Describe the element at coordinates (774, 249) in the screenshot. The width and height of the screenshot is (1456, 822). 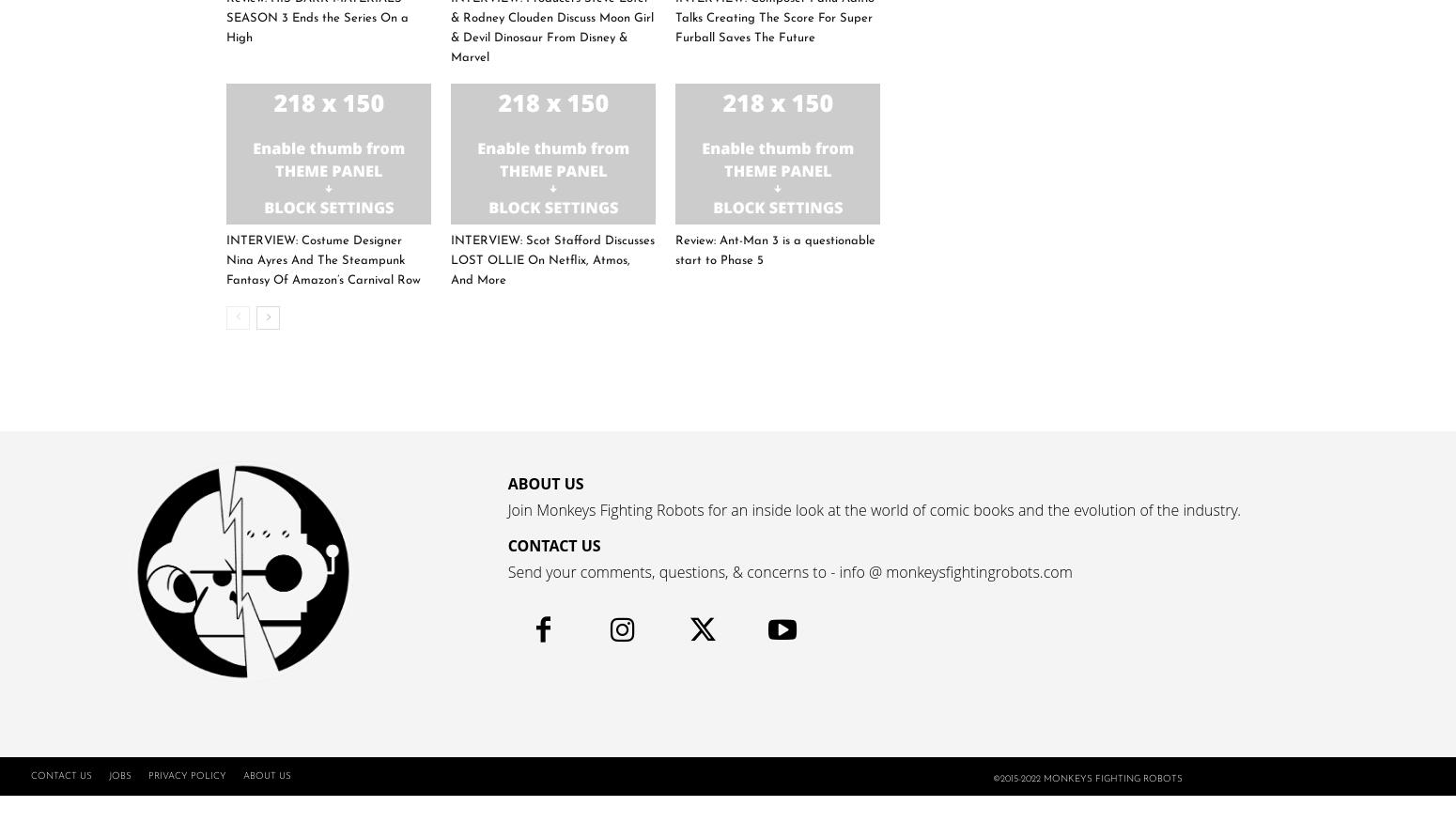
I see `'Review: Ant-Man 3 is a questionable start to Phase 5'` at that location.